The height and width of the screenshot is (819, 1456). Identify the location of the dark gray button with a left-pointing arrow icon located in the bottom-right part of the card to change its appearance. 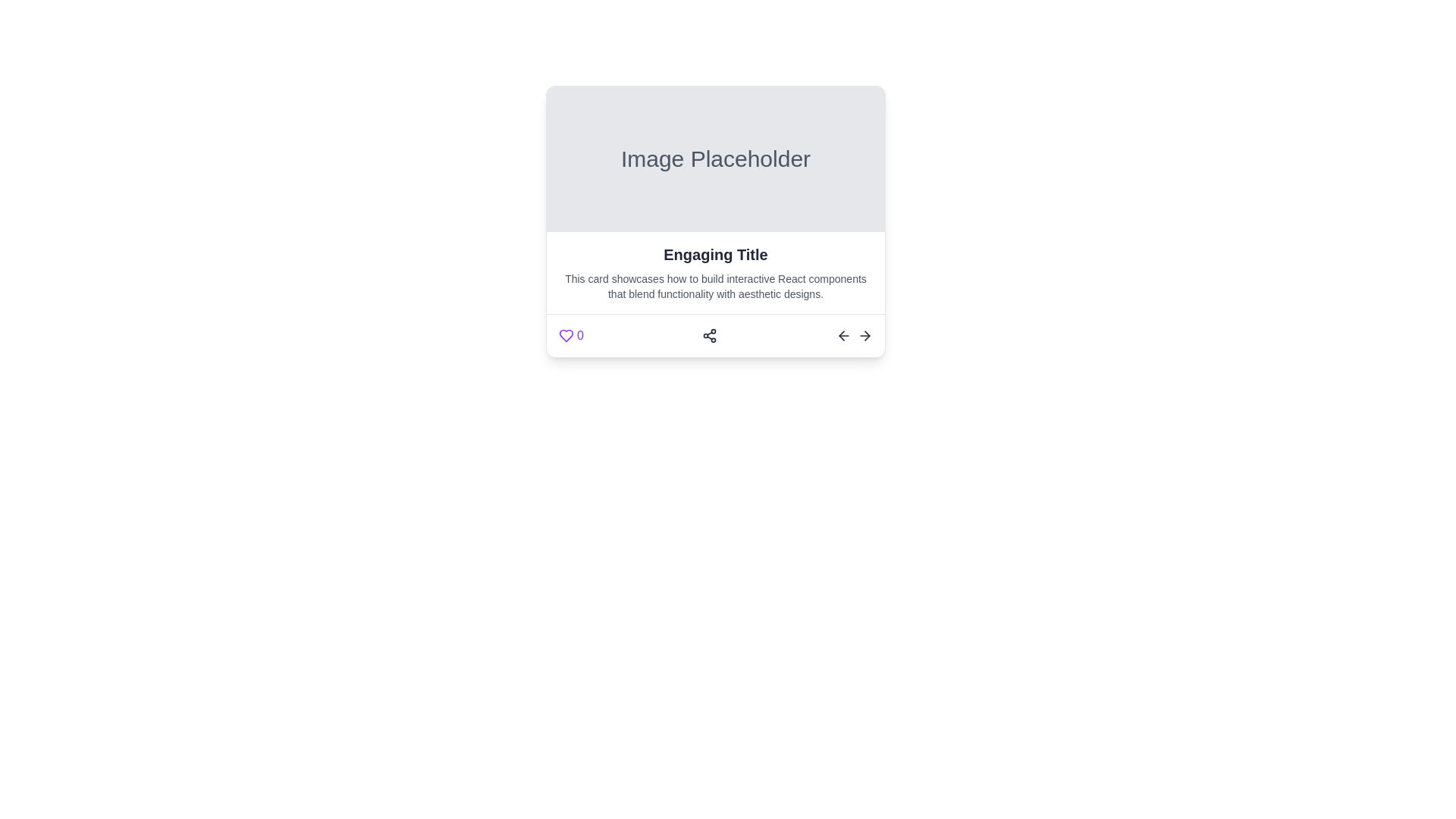
(843, 335).